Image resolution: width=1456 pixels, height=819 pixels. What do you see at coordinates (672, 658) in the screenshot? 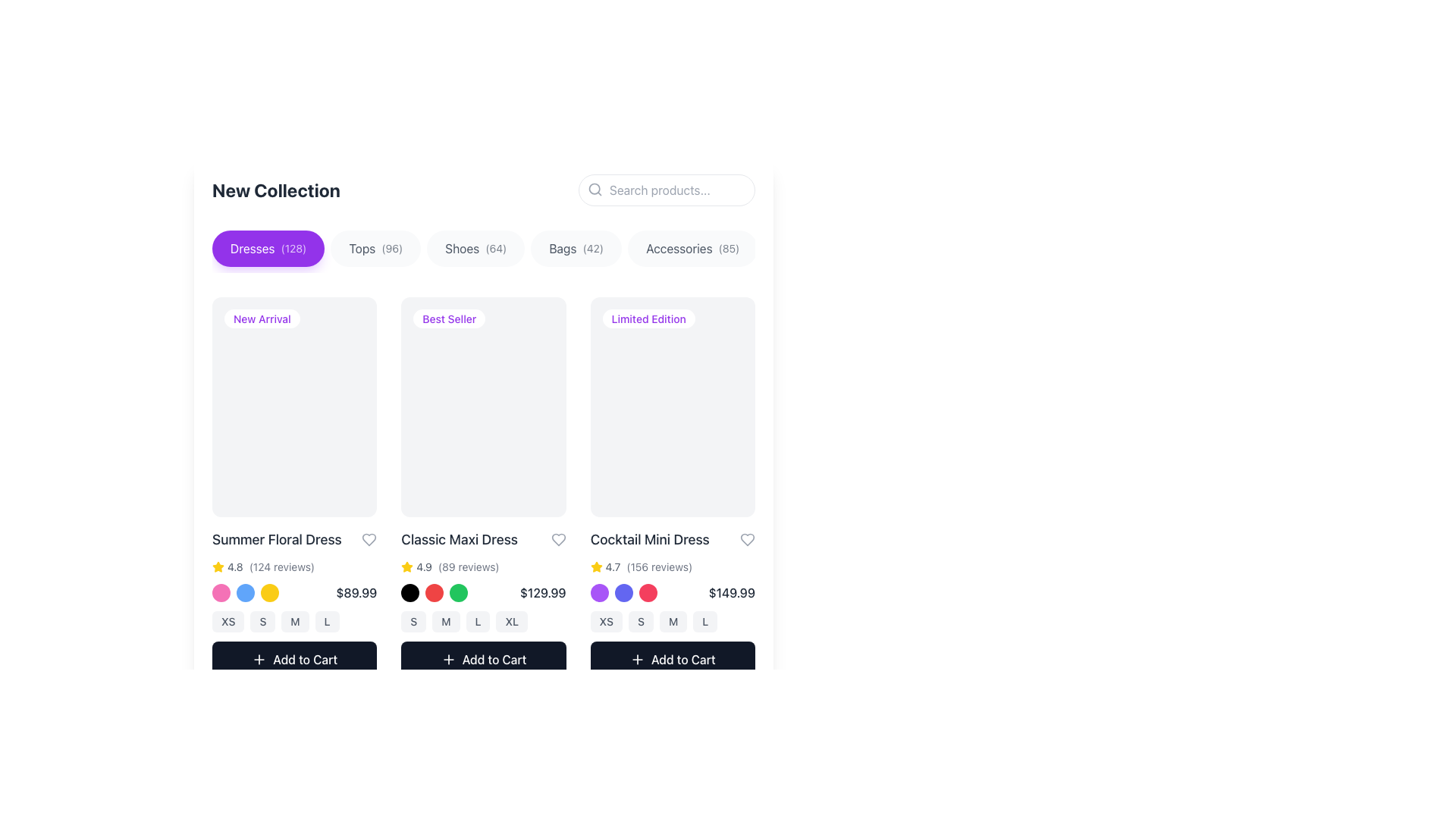
I see `the button to add the 'Cocktail Mini Dress' to the shopping cart, located at the bottom of the product card beneath the size selection buttons` at bounding box center [672, 658].